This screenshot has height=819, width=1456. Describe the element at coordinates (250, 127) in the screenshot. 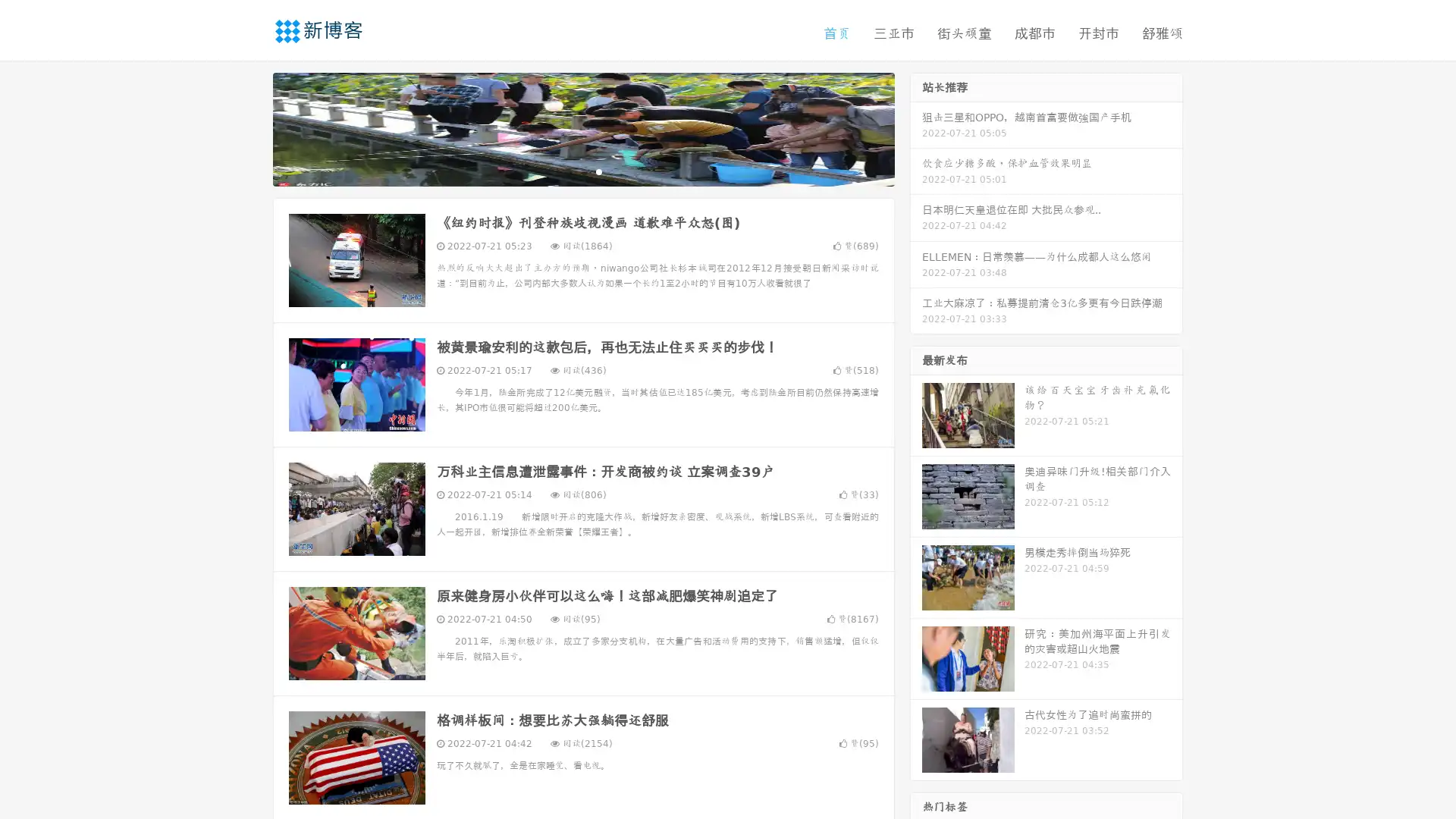

I see `Previous slide` at that location.